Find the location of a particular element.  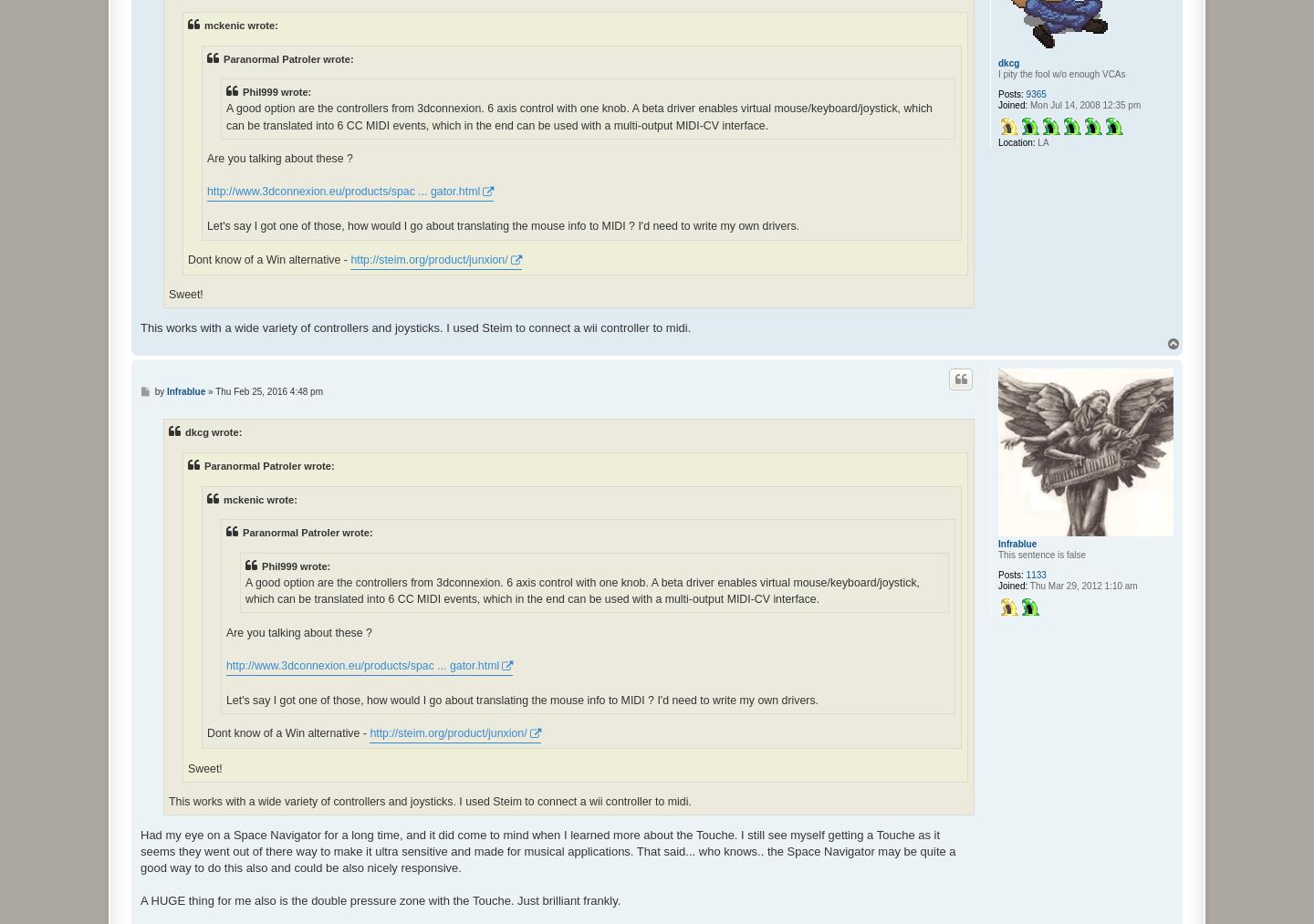

'1133' is located at coordinates (1035, 574).